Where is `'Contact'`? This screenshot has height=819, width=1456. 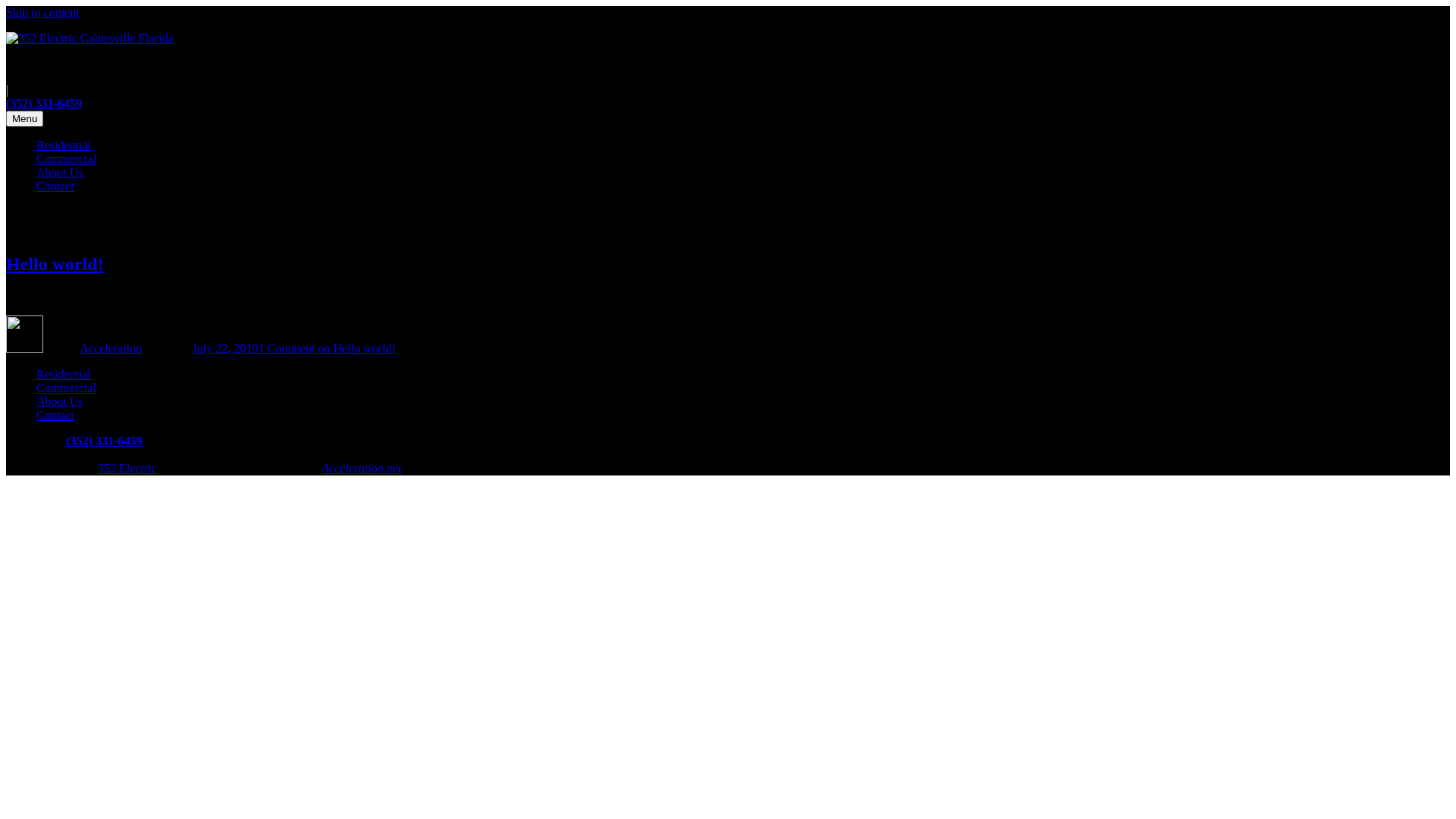 'Contact' is located at coordinates (36, 415).